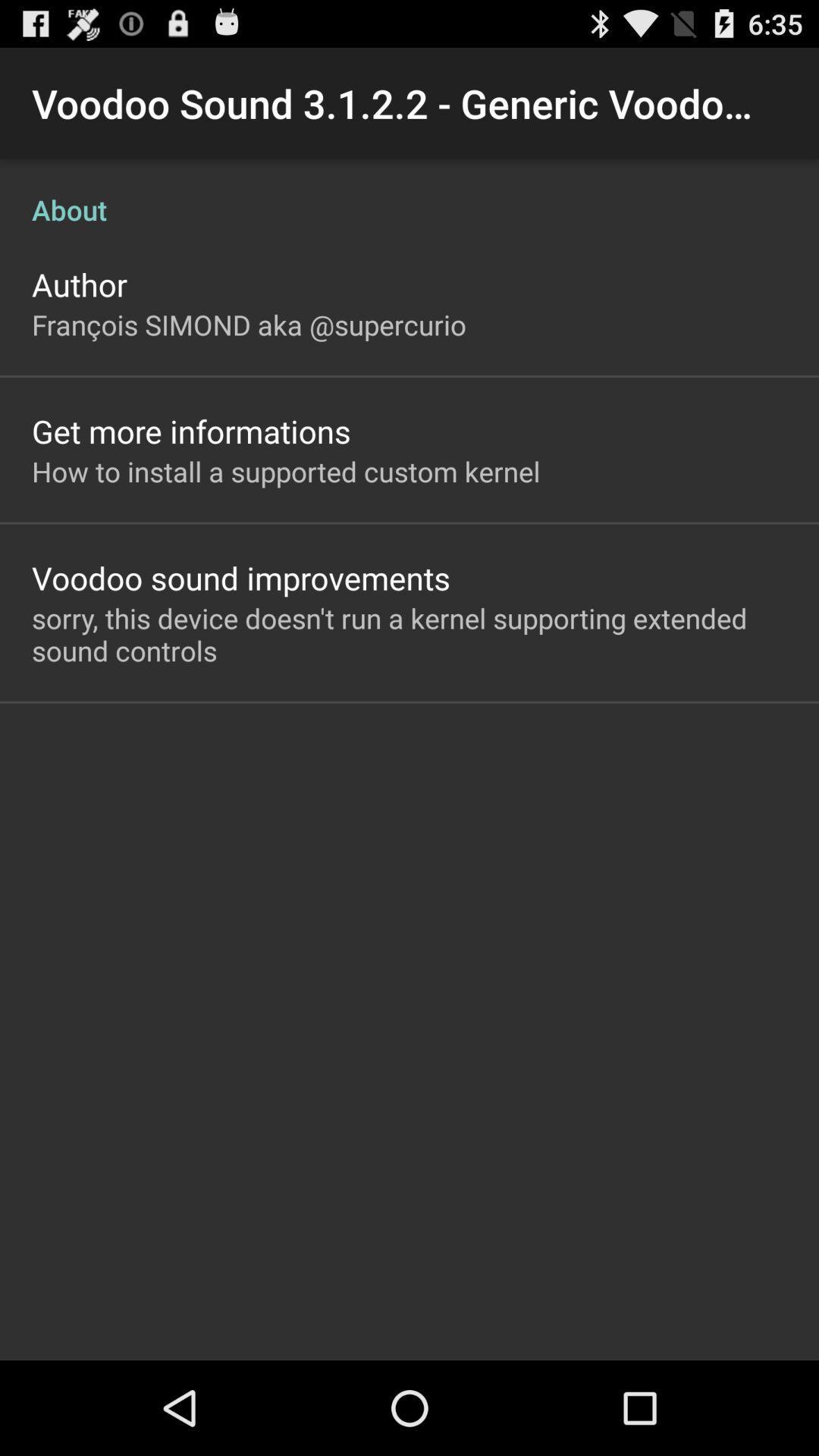  What do you see at coordinates (286, 470) in the screenshot?
I see `how to install icon` at bounding box center [286, 470].